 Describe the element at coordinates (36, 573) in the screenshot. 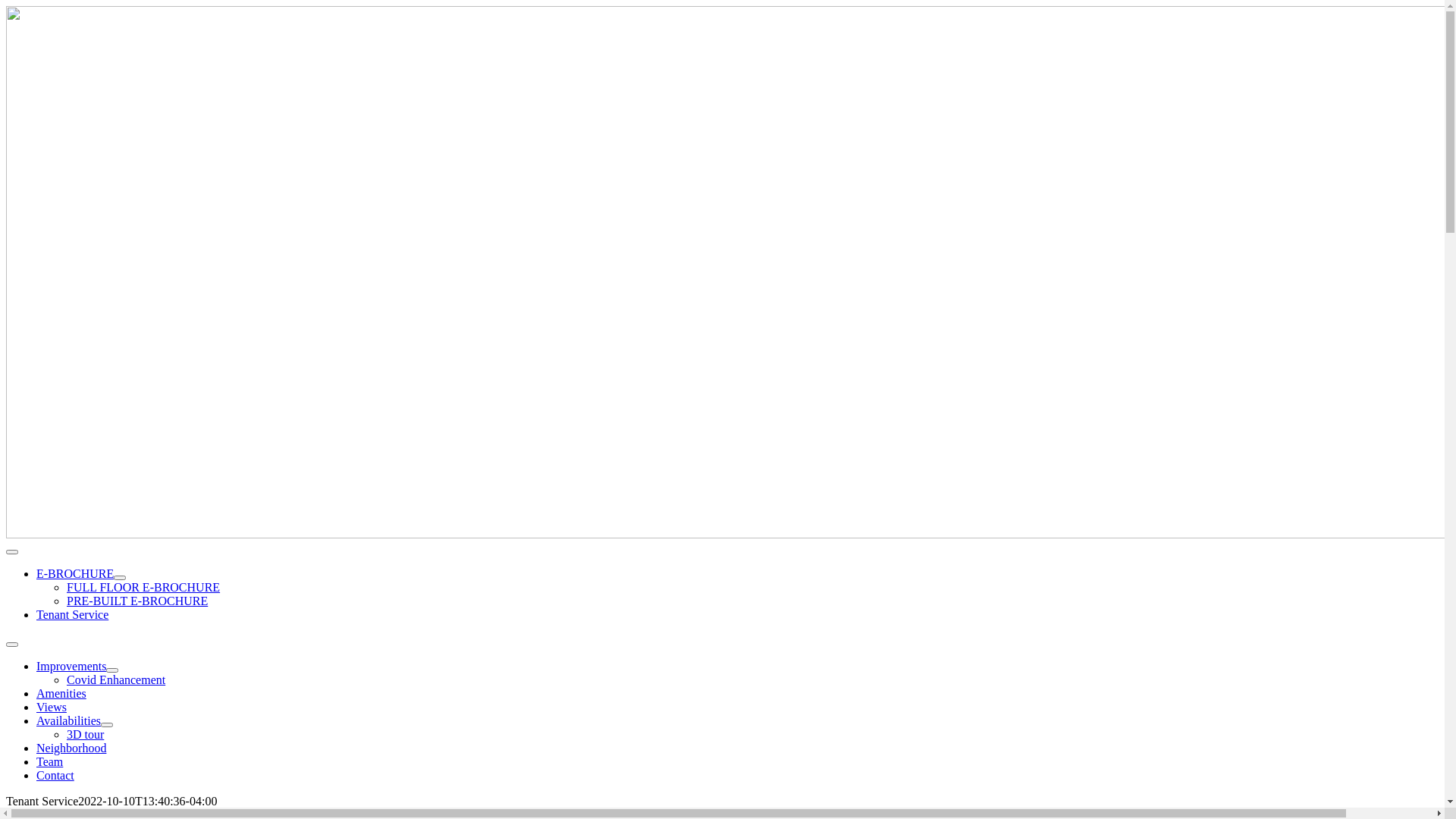

I see `'E-BROCHURE'` at that location.